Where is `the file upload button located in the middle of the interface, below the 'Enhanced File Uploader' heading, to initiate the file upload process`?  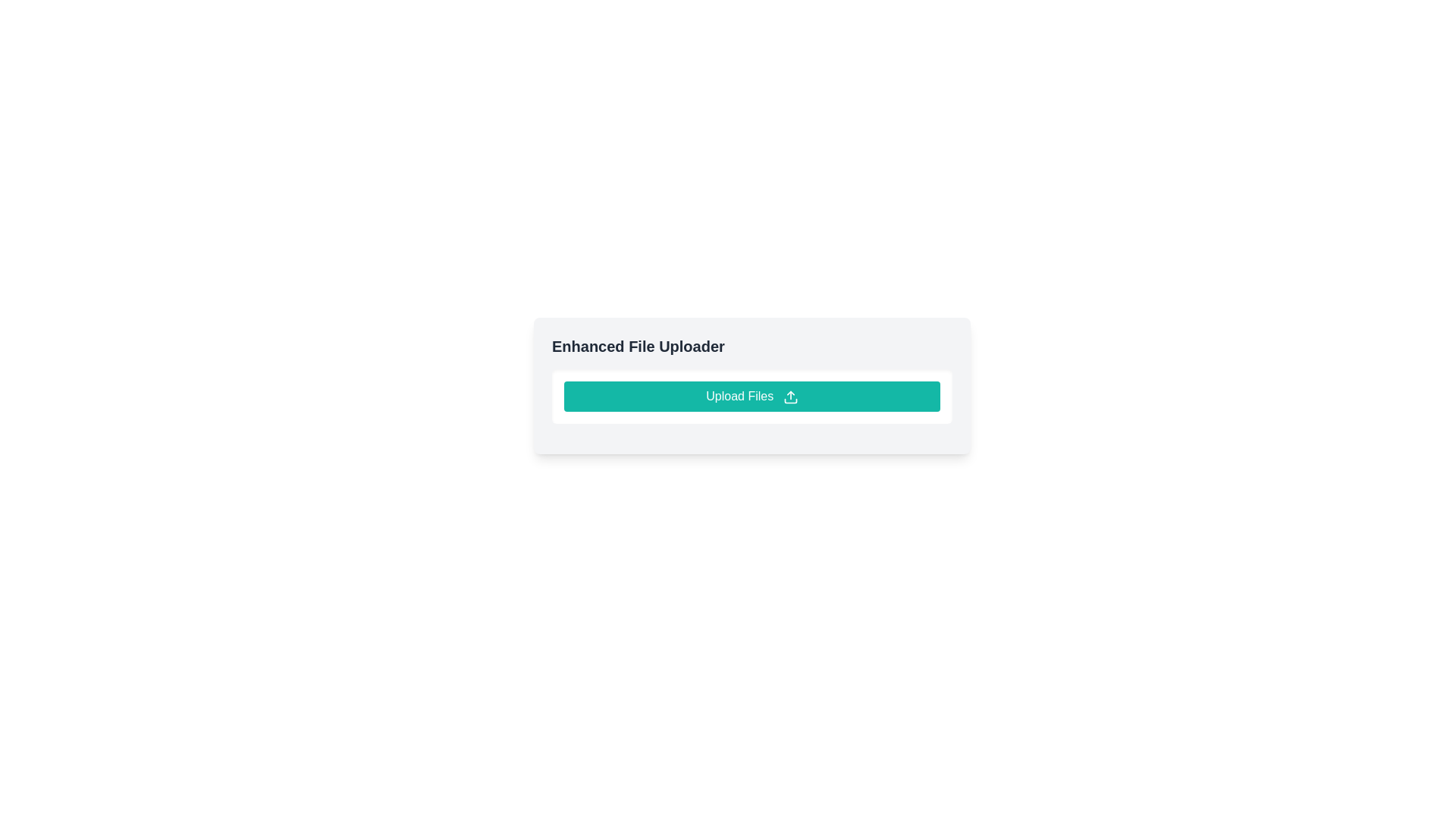
the file upload button located in the middle of the interface, below the 'Enhanced File Uploader' heading, to initiate the file upload process is located at coordinates (752, 396).